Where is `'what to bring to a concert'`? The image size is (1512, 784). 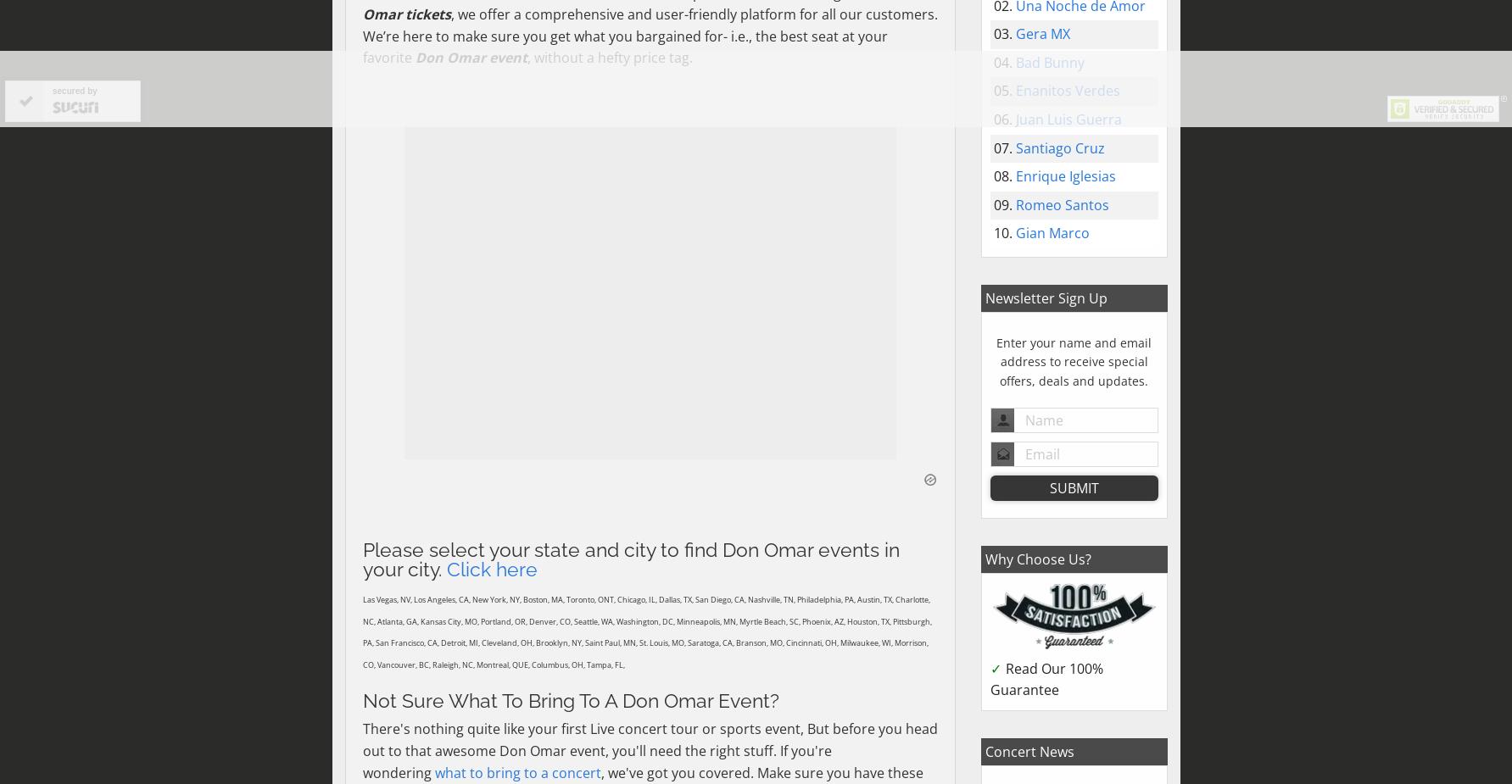 'what to bring to a concert' is located at coordinates (516, 772).